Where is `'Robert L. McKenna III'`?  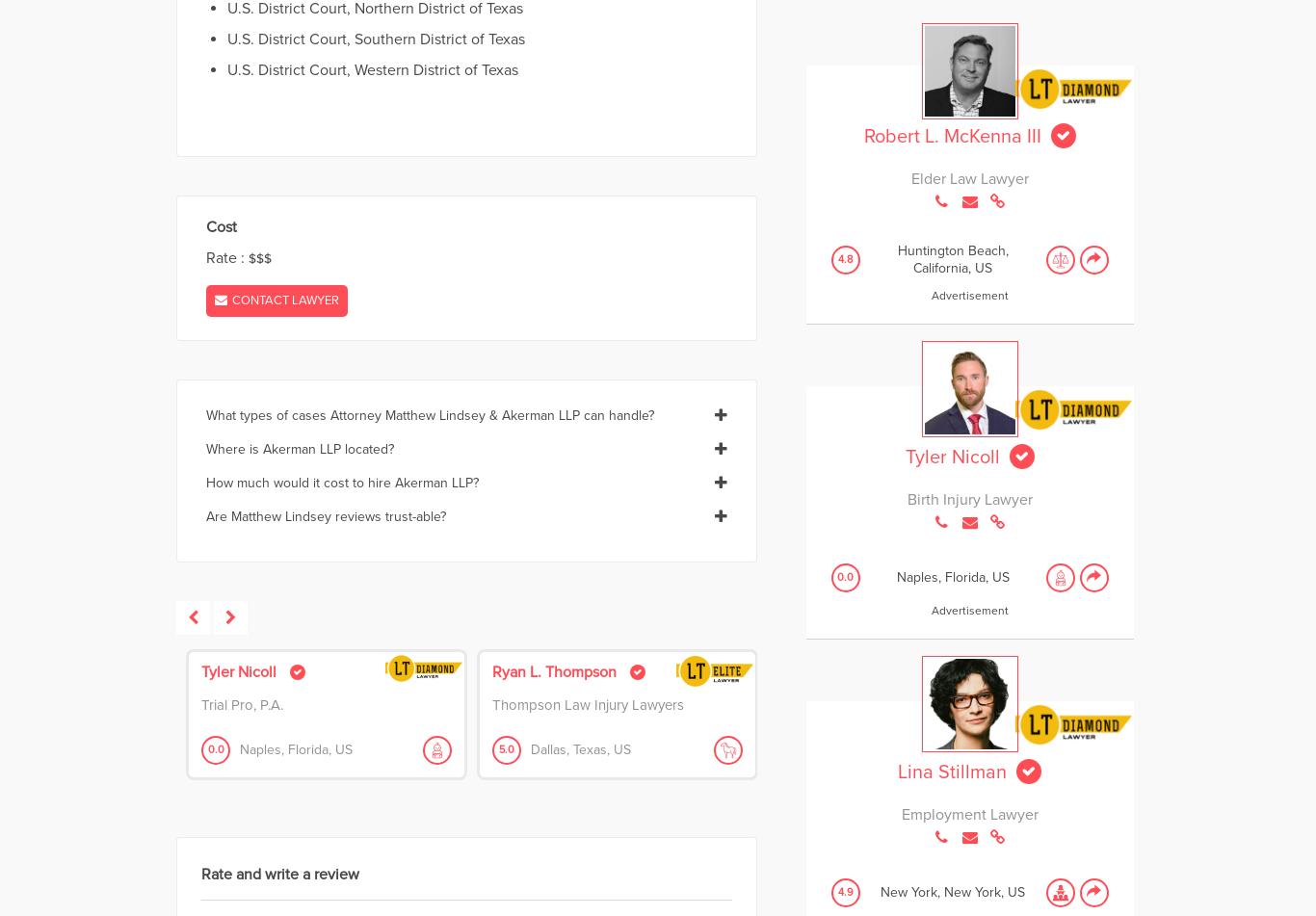
'Robert L. McKenna III' is located at coordinates (861, 136).